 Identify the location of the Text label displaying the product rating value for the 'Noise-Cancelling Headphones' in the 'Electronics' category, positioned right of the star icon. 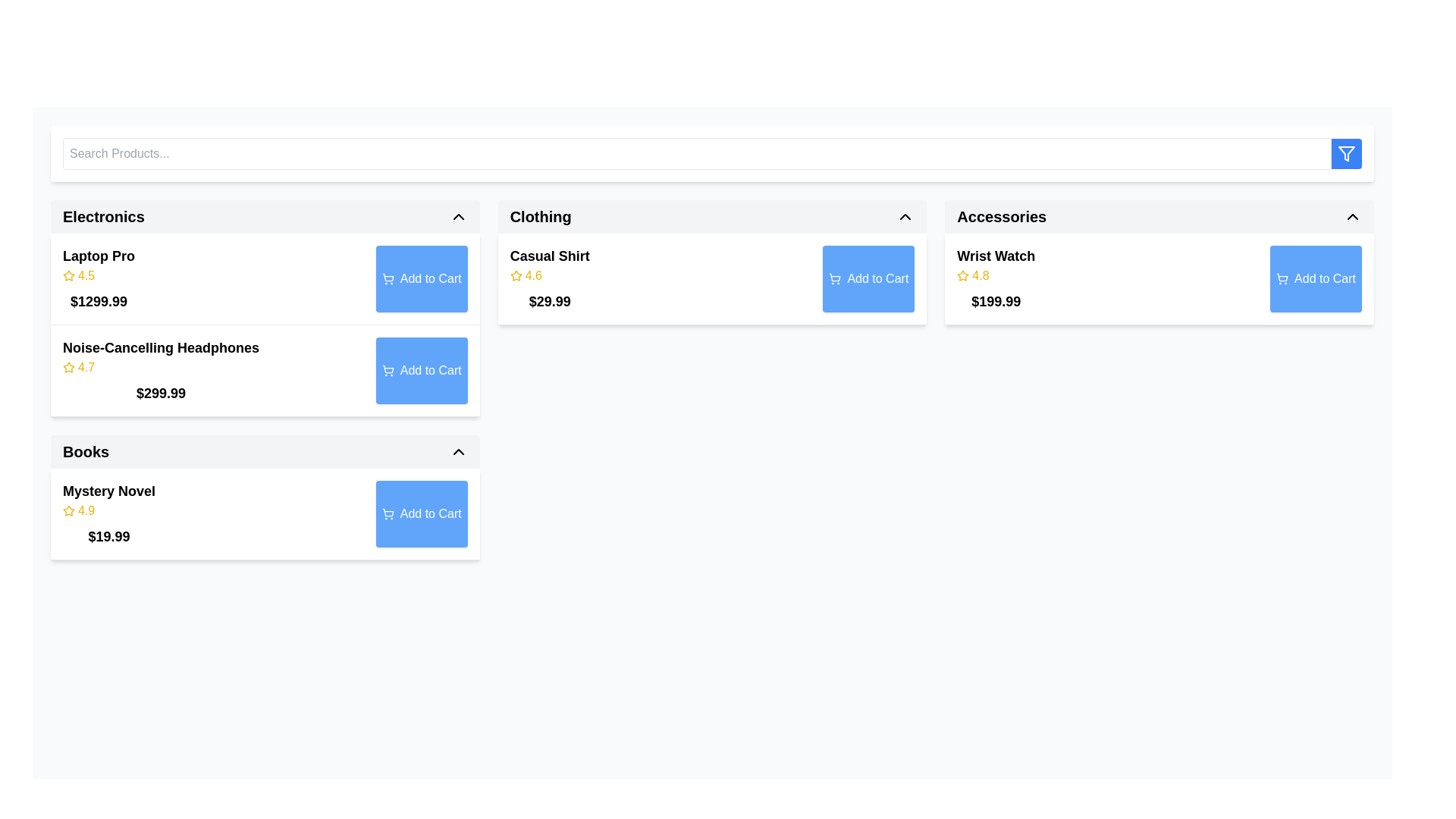
(86, 368).